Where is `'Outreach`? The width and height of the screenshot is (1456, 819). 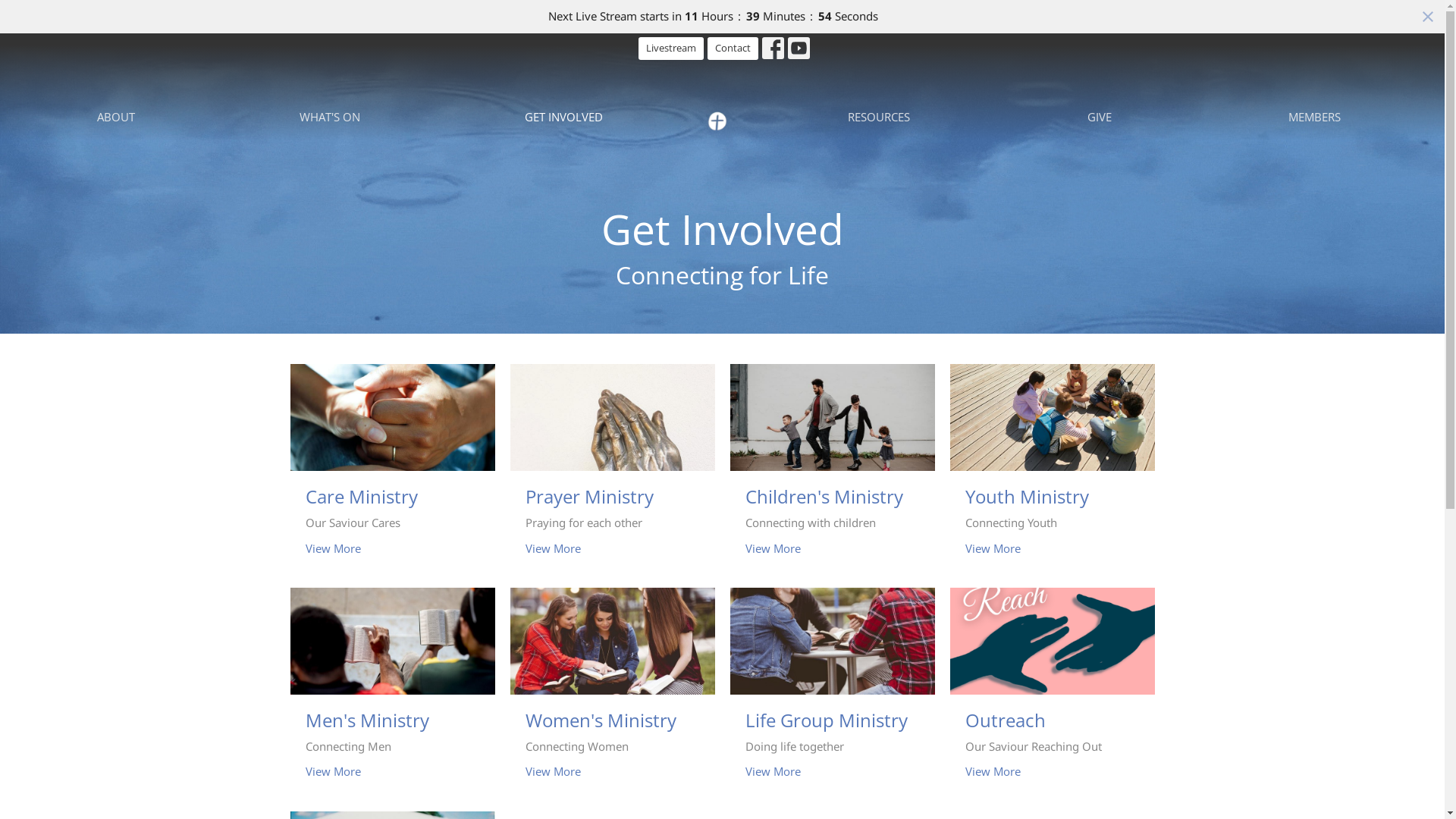
'Outreach is located at coordinates (1051, 692).